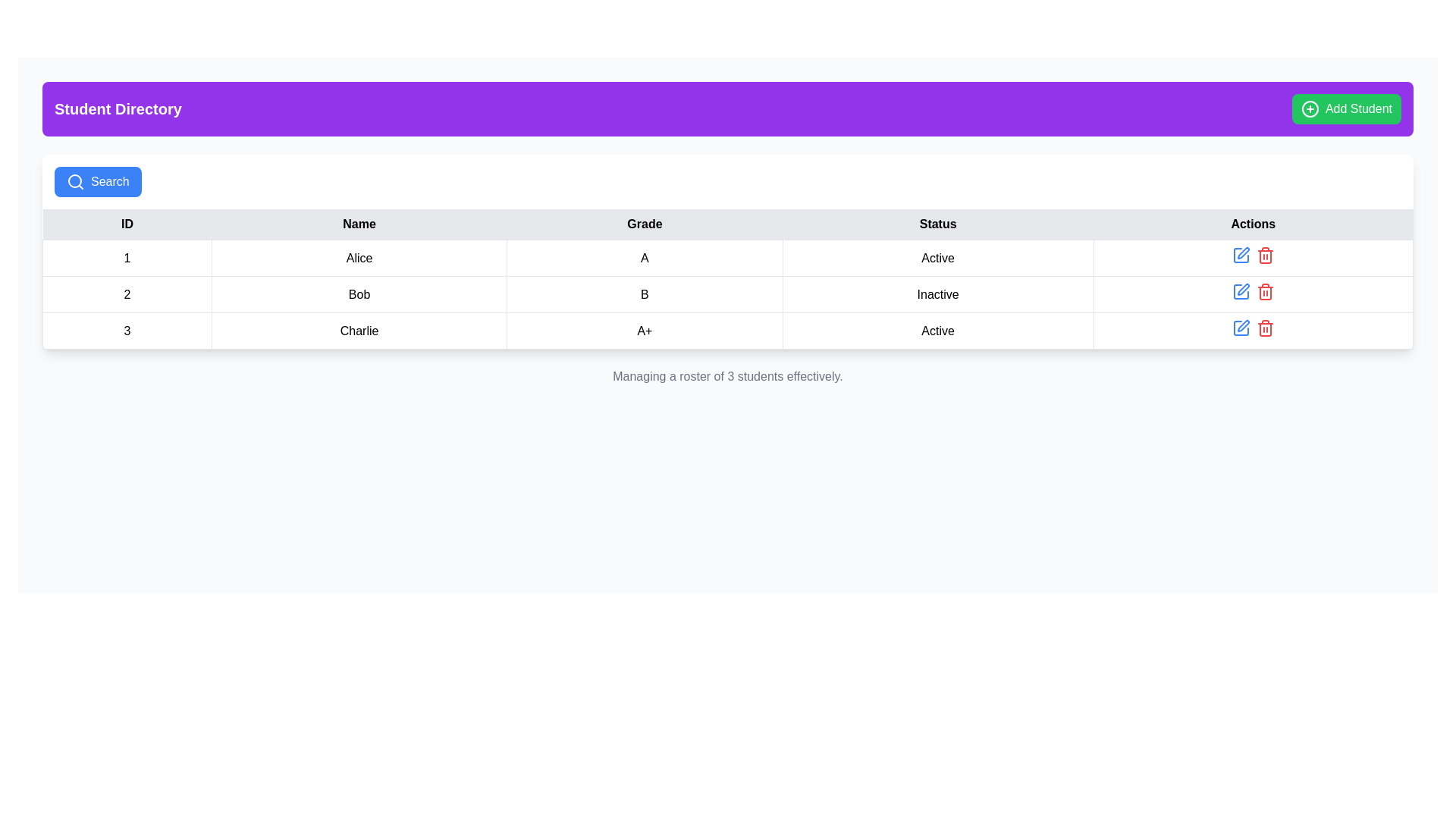 Image resolution: width=1456 pixels, height=819 pixels. Describe the element at coordinates (359, 224) in the screenshot. I see `the 'Name' header label in the table, which is the second cell in the header row between the 'ID' and 'Grade' columns` at that location.